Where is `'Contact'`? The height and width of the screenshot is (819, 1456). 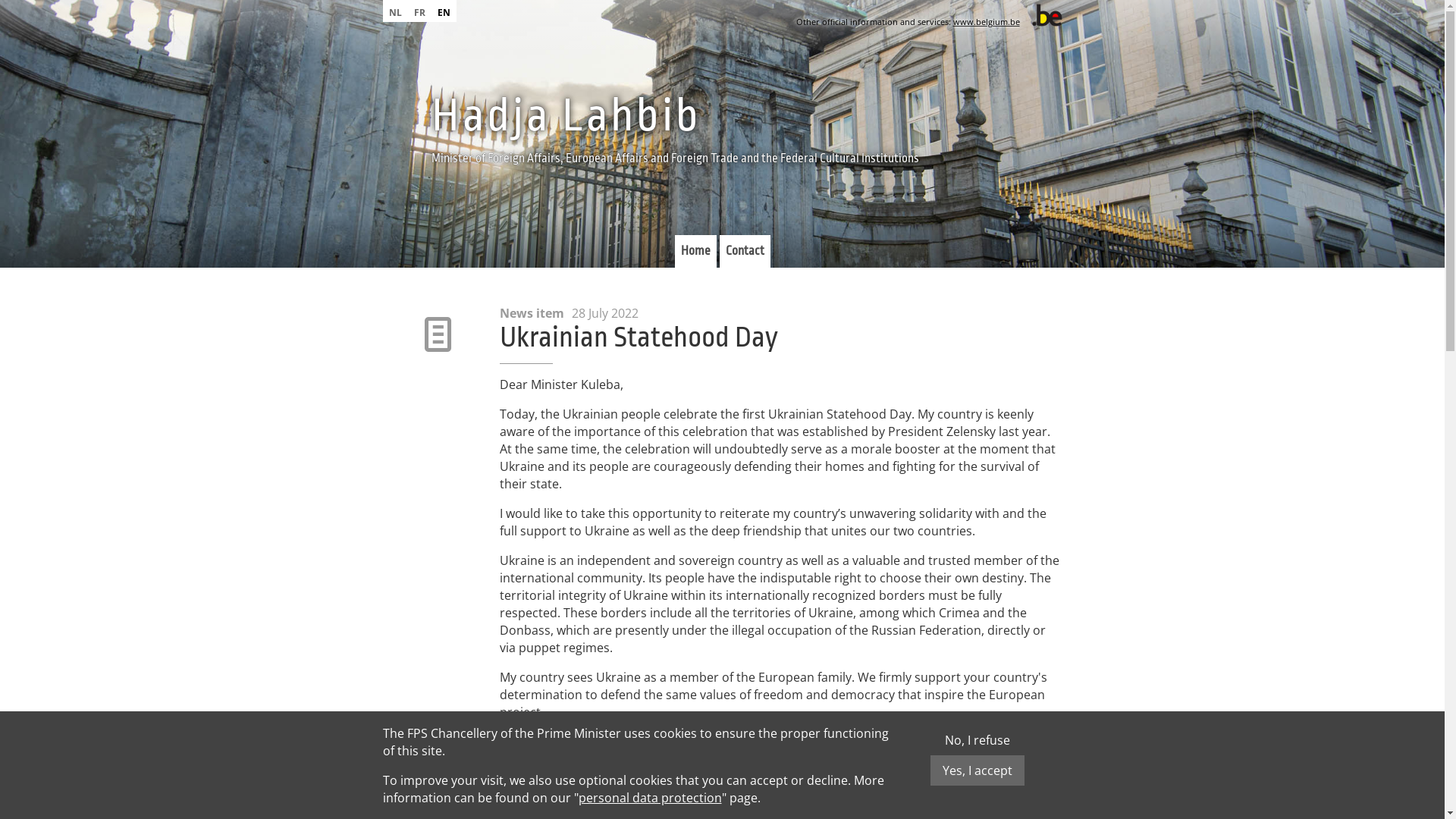
'Contact' is located at coordinates (744, 250).